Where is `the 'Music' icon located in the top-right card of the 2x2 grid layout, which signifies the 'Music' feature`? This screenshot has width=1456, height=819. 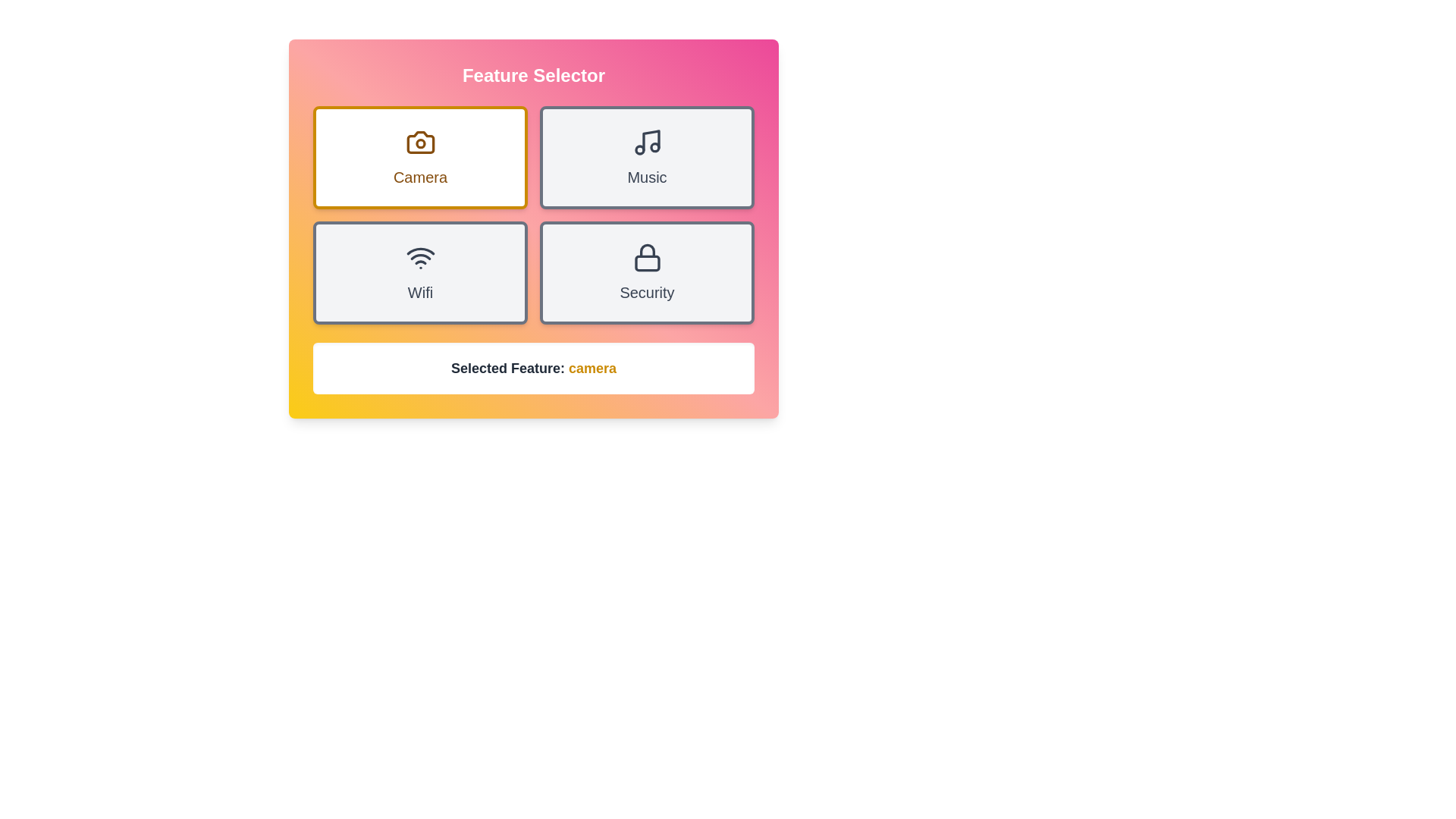 the 'Music' icon located in the top-right card of the 2x2 grid layout, which signifies the 'Music' feature is located at coordinates (647, 143).